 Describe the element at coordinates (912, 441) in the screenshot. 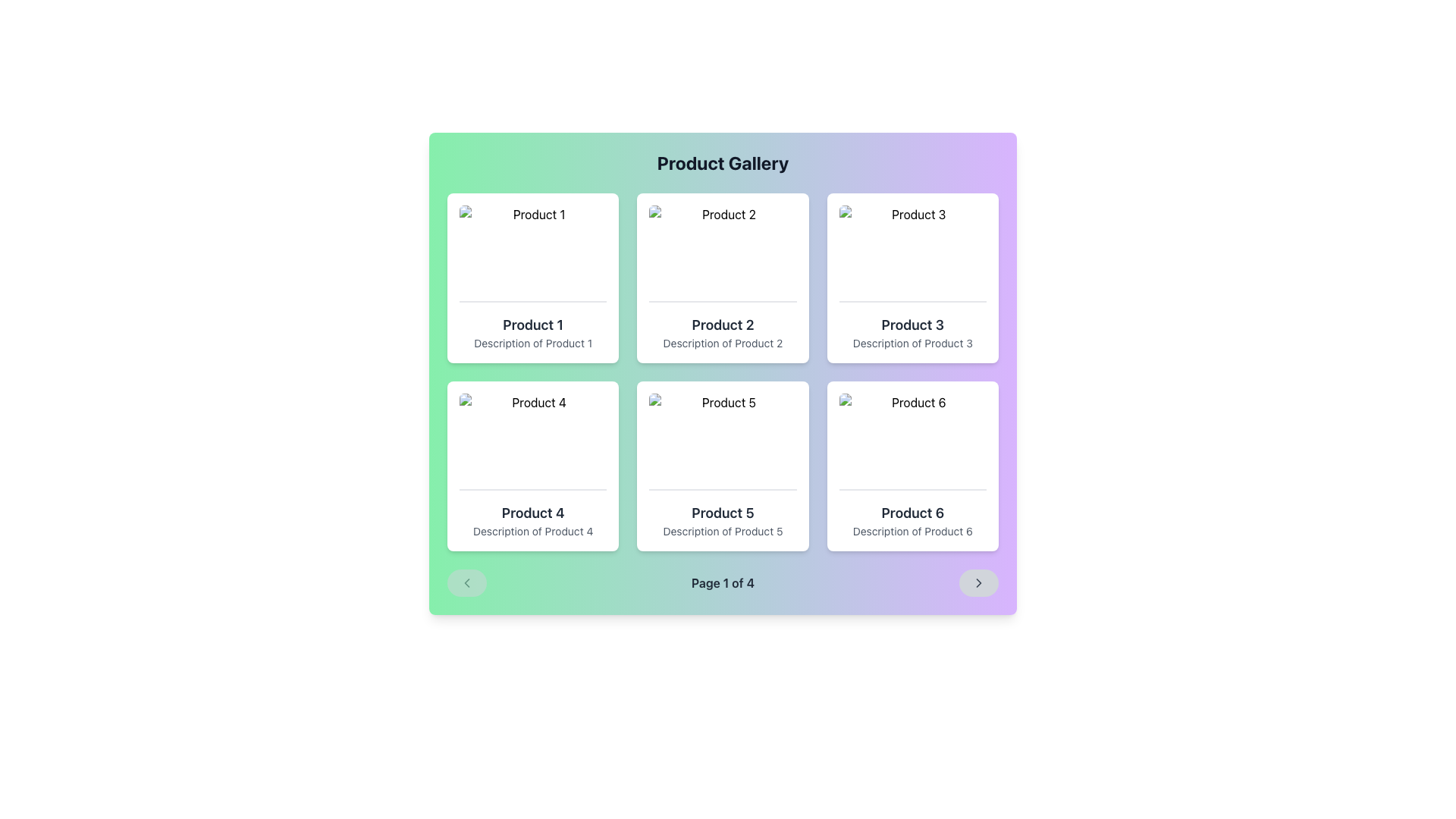

I see `the image placeholder displaying 'Product 6', which is located in the last column of the second row in the 'Product Gallery' grid` at that location.